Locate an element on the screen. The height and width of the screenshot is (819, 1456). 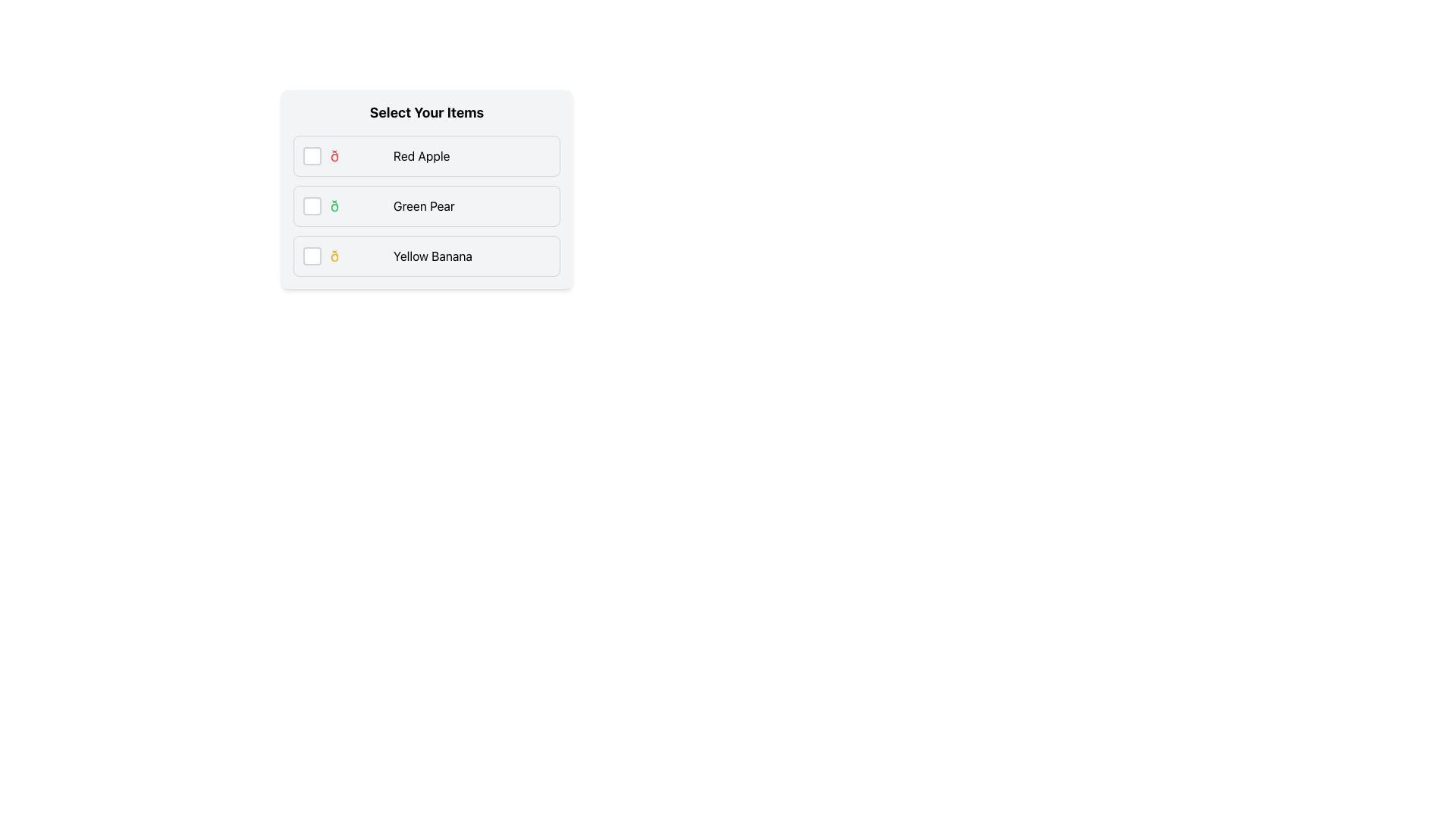
the checkbox of the 'Green Pear' item in the list is located at coordinates (425, 206).